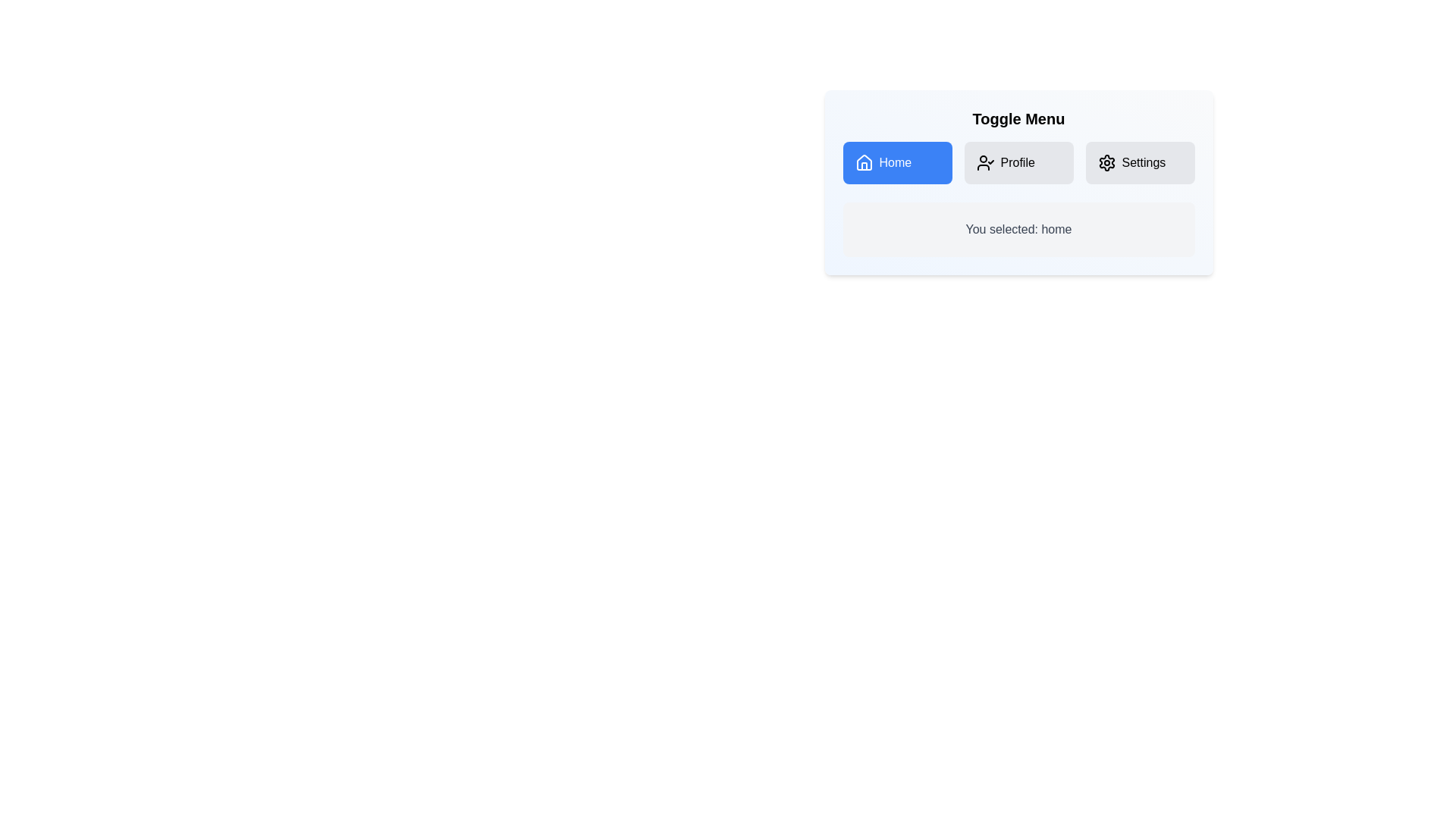  What do you see at coordinates (1018, 163) in the screenshot?
I see `the Profile button` at bounding box center [1018, 163].